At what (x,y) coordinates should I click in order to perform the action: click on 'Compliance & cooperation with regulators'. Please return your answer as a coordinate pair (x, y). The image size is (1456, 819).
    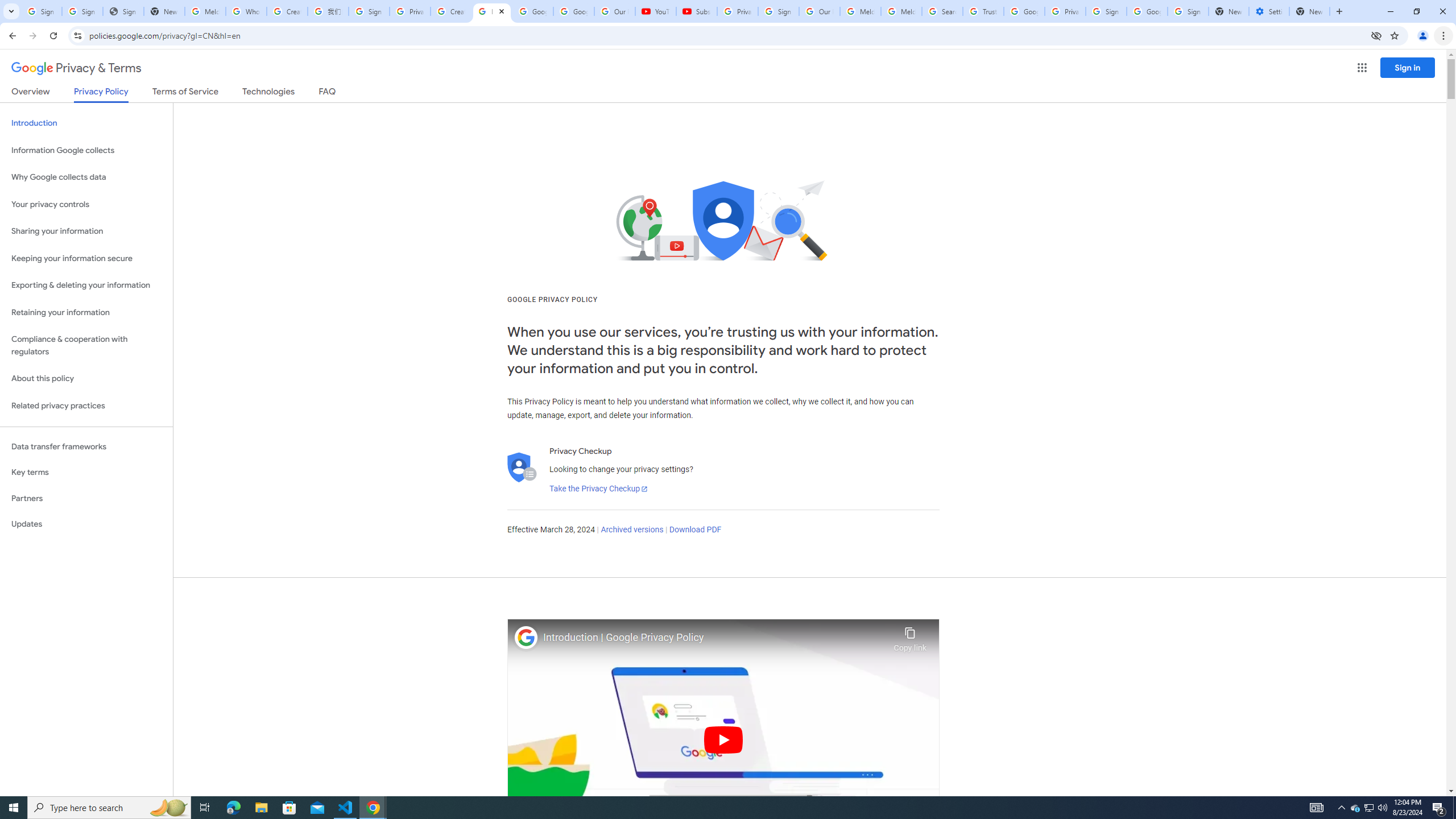
    Looking at the image, I should click on (86, 346).